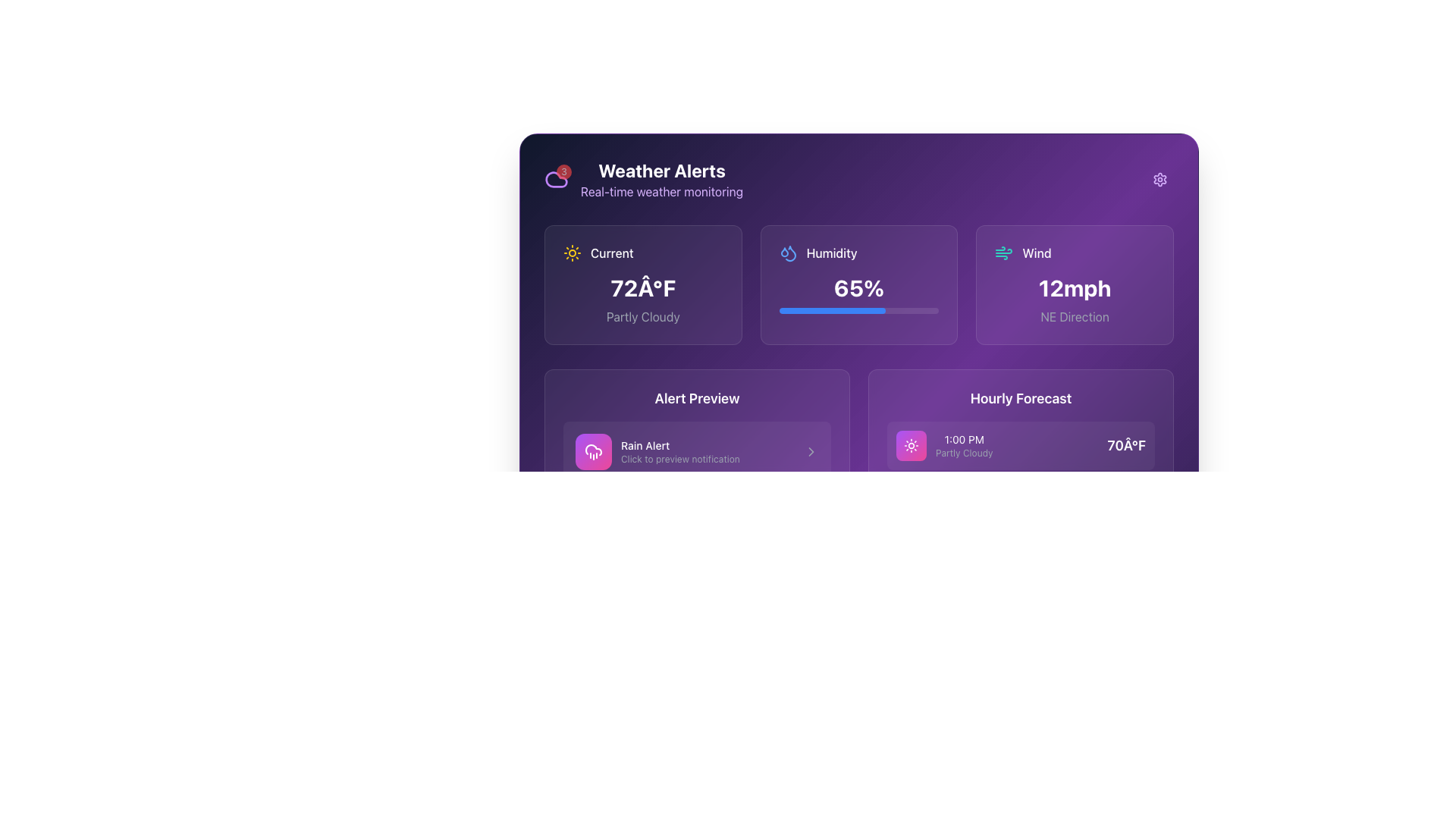  I want to click on the static text label indicating current weather conditions, which is positioned above the temperature information and next to a sun icon, so click(612, 253).